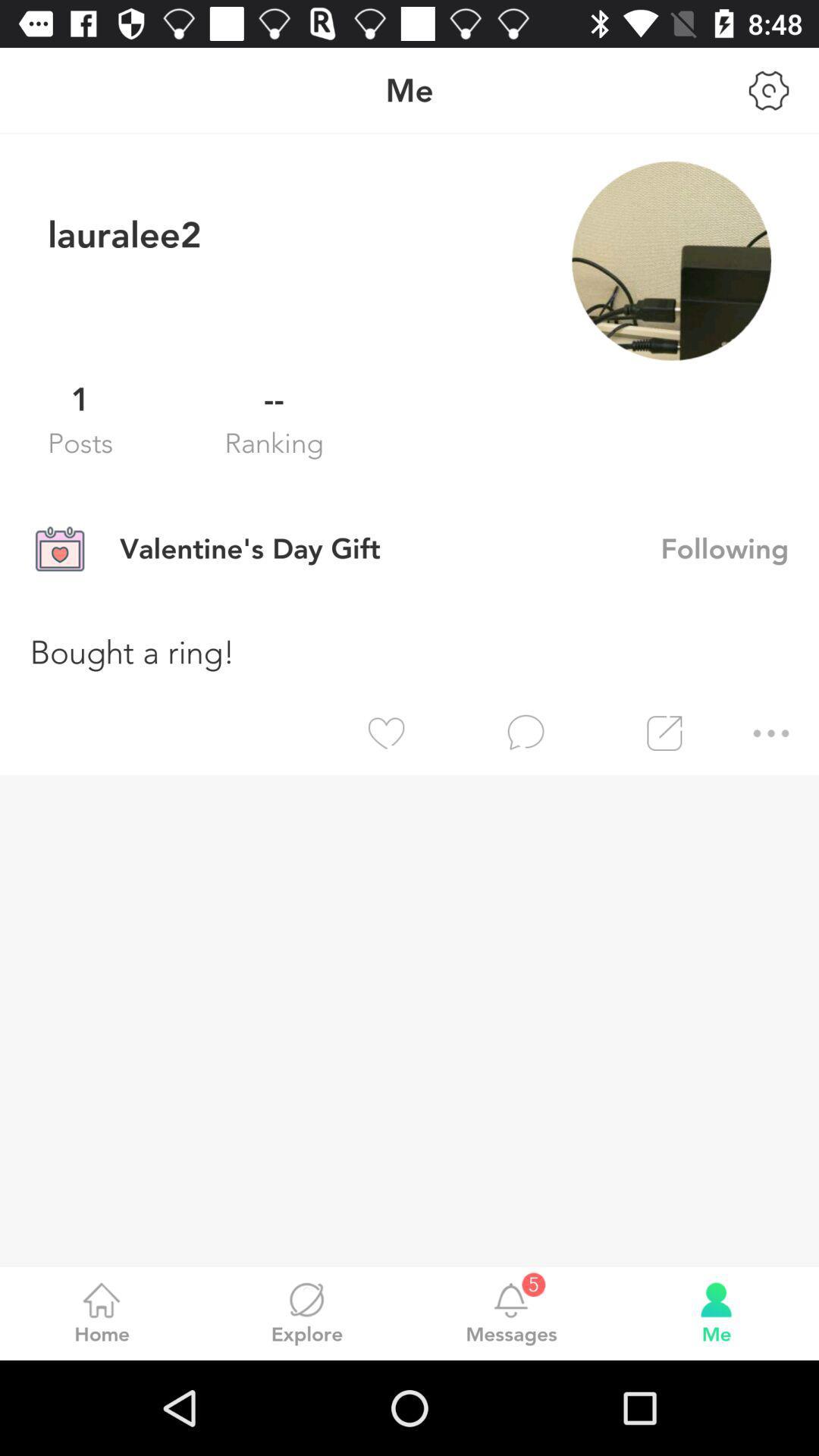 The image size is (819, 1456). What do you see at coordinates (769, 89) in the screenshot?
I see `item to the right of me icon` at bounding box center [769, 89].